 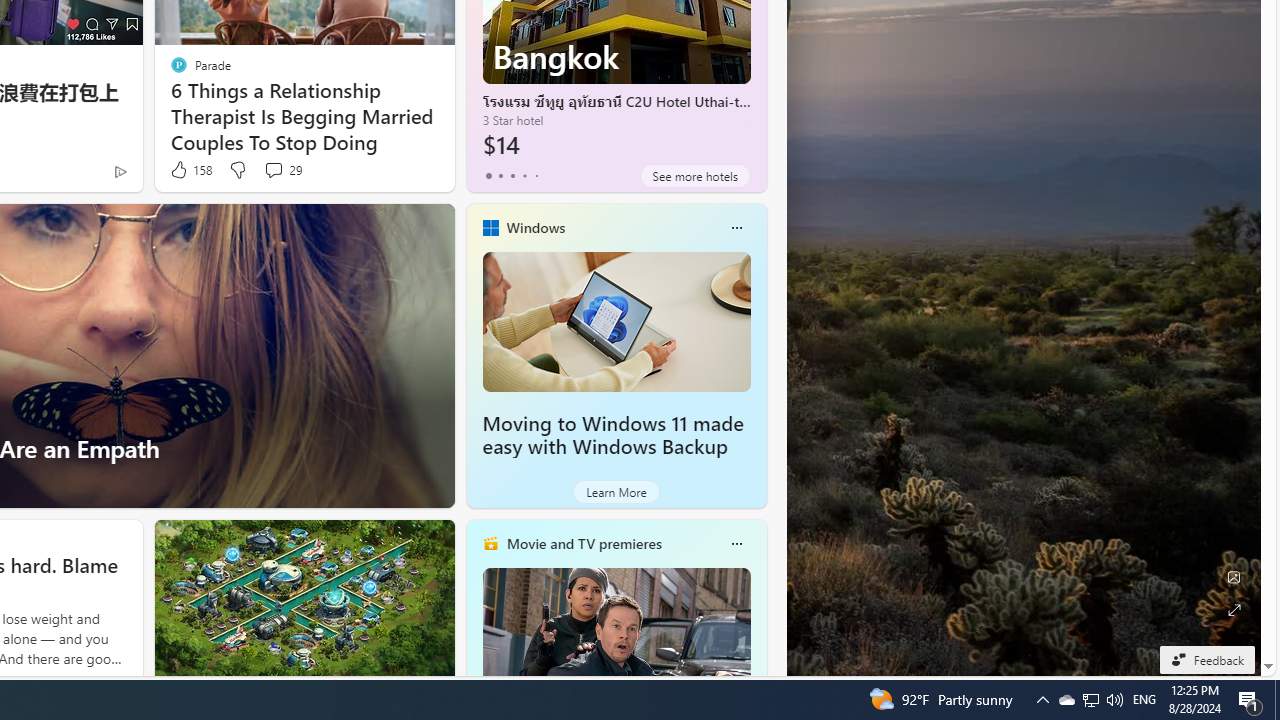 What do you see at coordinates (536, 175) in the screenshot?
I see `'tab-4'` at bounding box center [536, 175].